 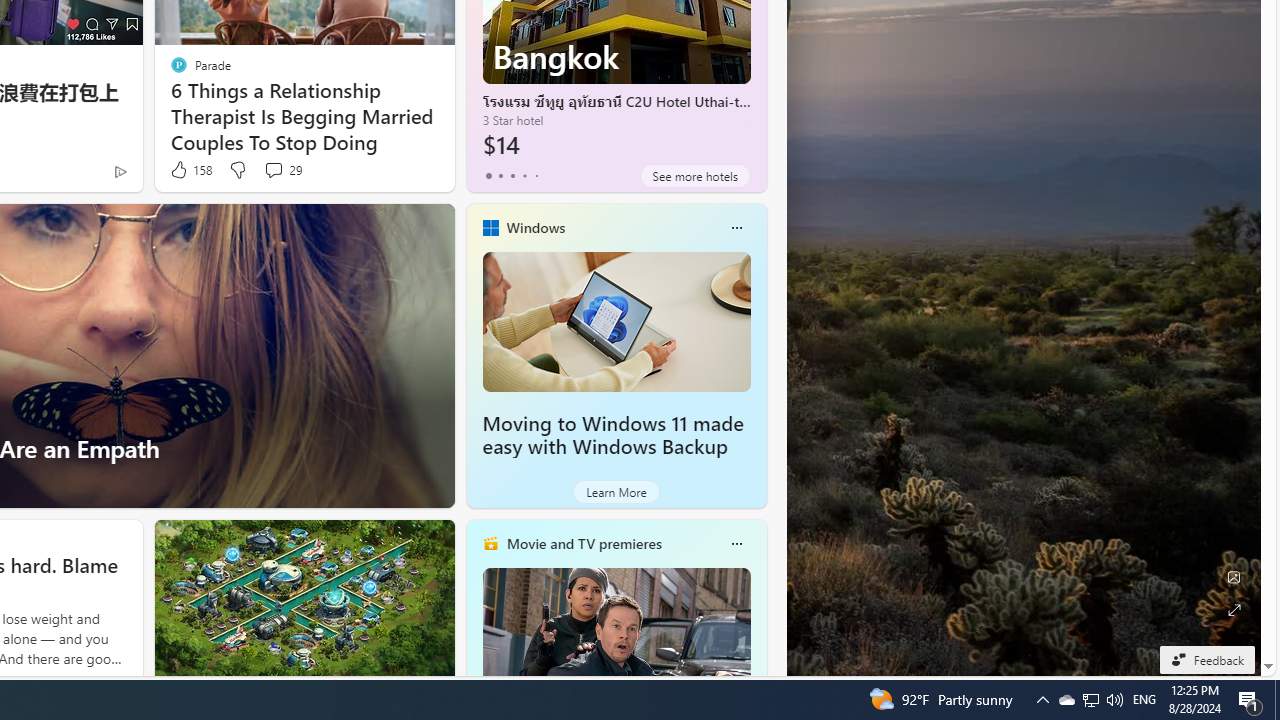 What do you see at coordinates (536, 175) in the screenshot?
I see `'tab-4'` at bounding box center [536, 175].